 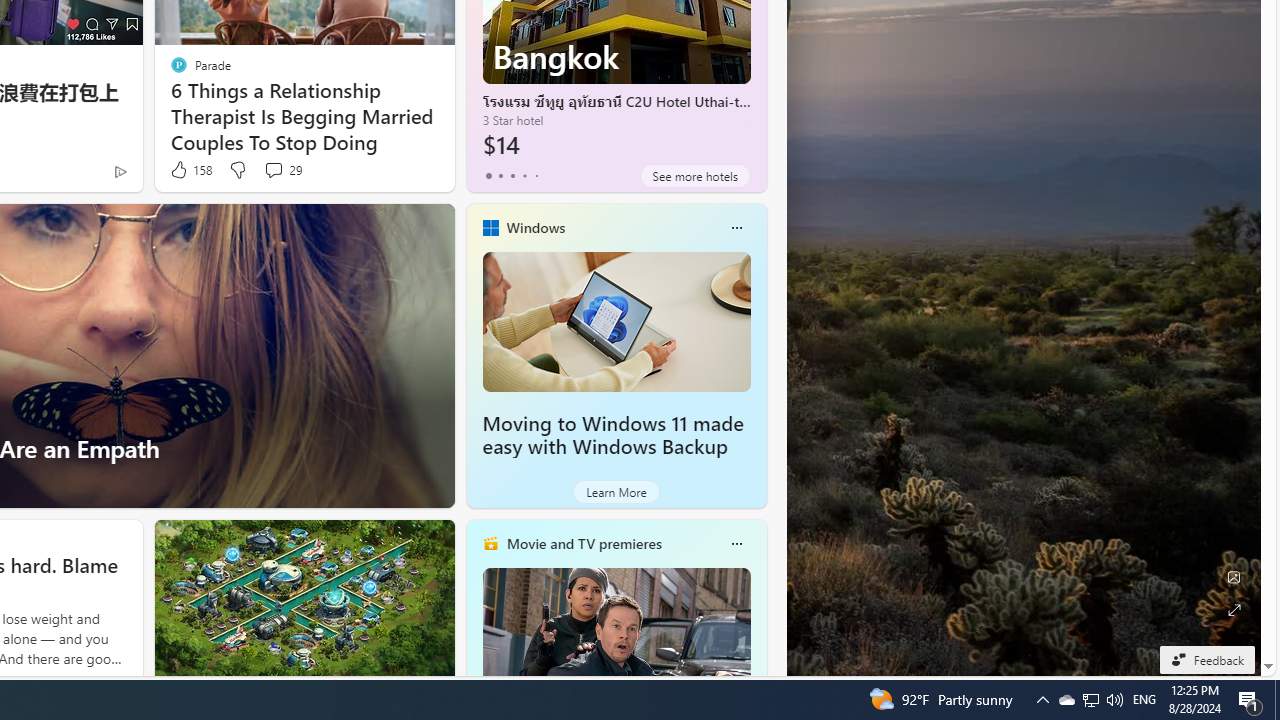 What do you see at coordinates (536, 175) in the screenshot?
I see `'tab-4'` at bounding box center [536, 175].